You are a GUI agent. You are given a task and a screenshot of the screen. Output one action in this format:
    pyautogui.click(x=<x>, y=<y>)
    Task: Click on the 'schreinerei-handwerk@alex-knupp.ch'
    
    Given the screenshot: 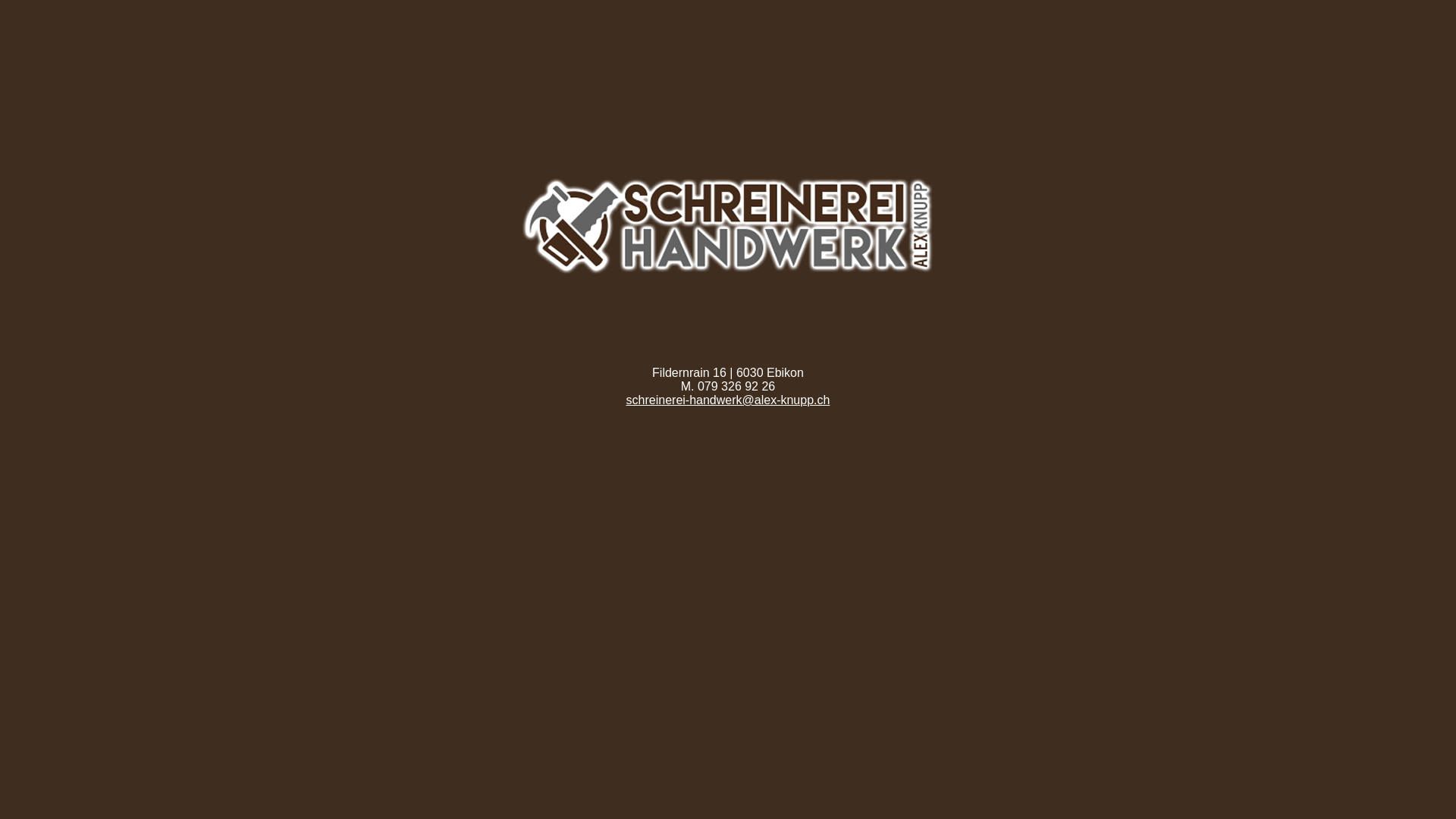 What is the action you would take?
    pyautogui.click(x=728, y=399)
    